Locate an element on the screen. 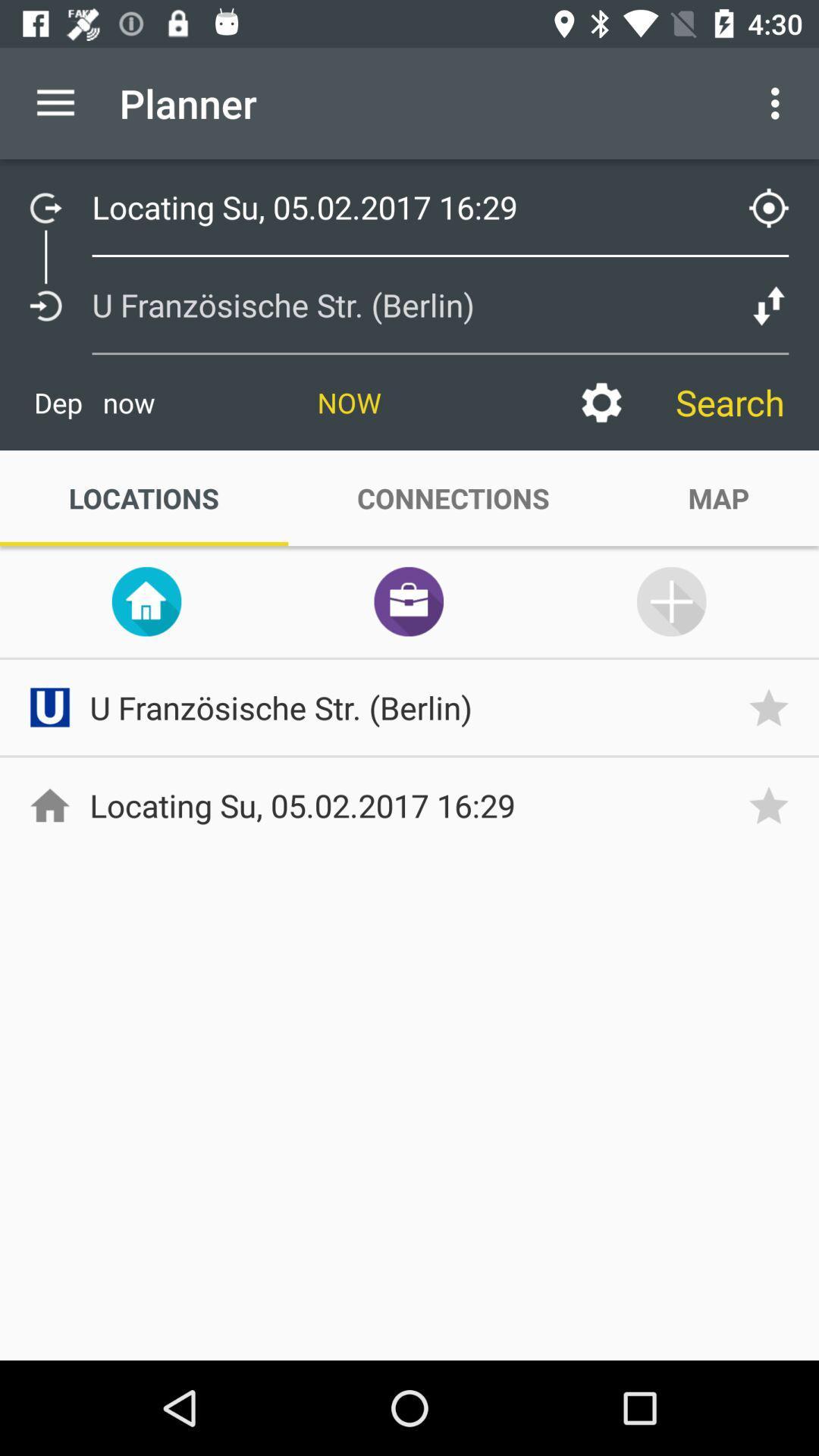  the swap icon is located at coordinates (146, 601).